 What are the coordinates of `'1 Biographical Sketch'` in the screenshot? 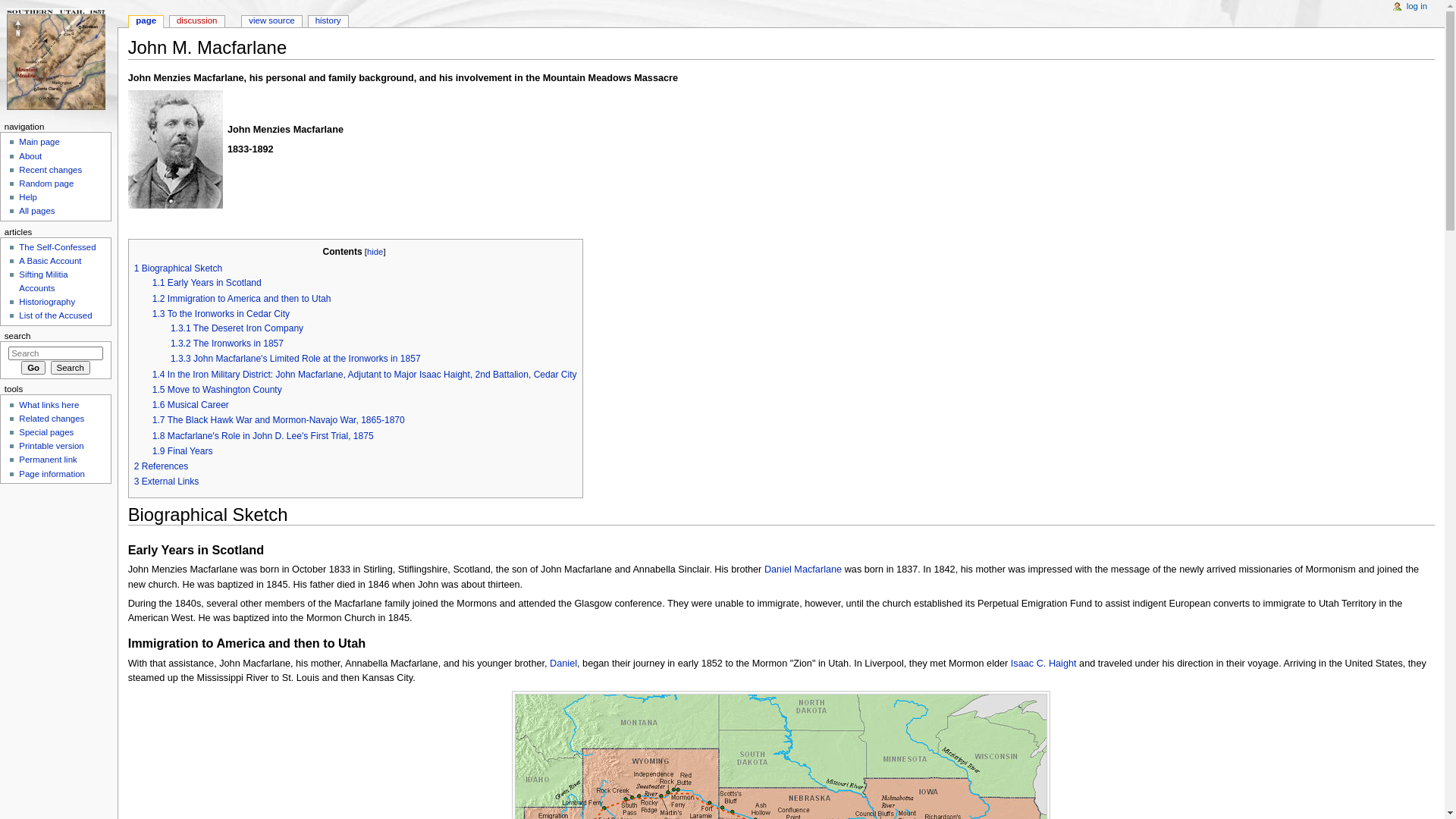 It's located at (178, 268).